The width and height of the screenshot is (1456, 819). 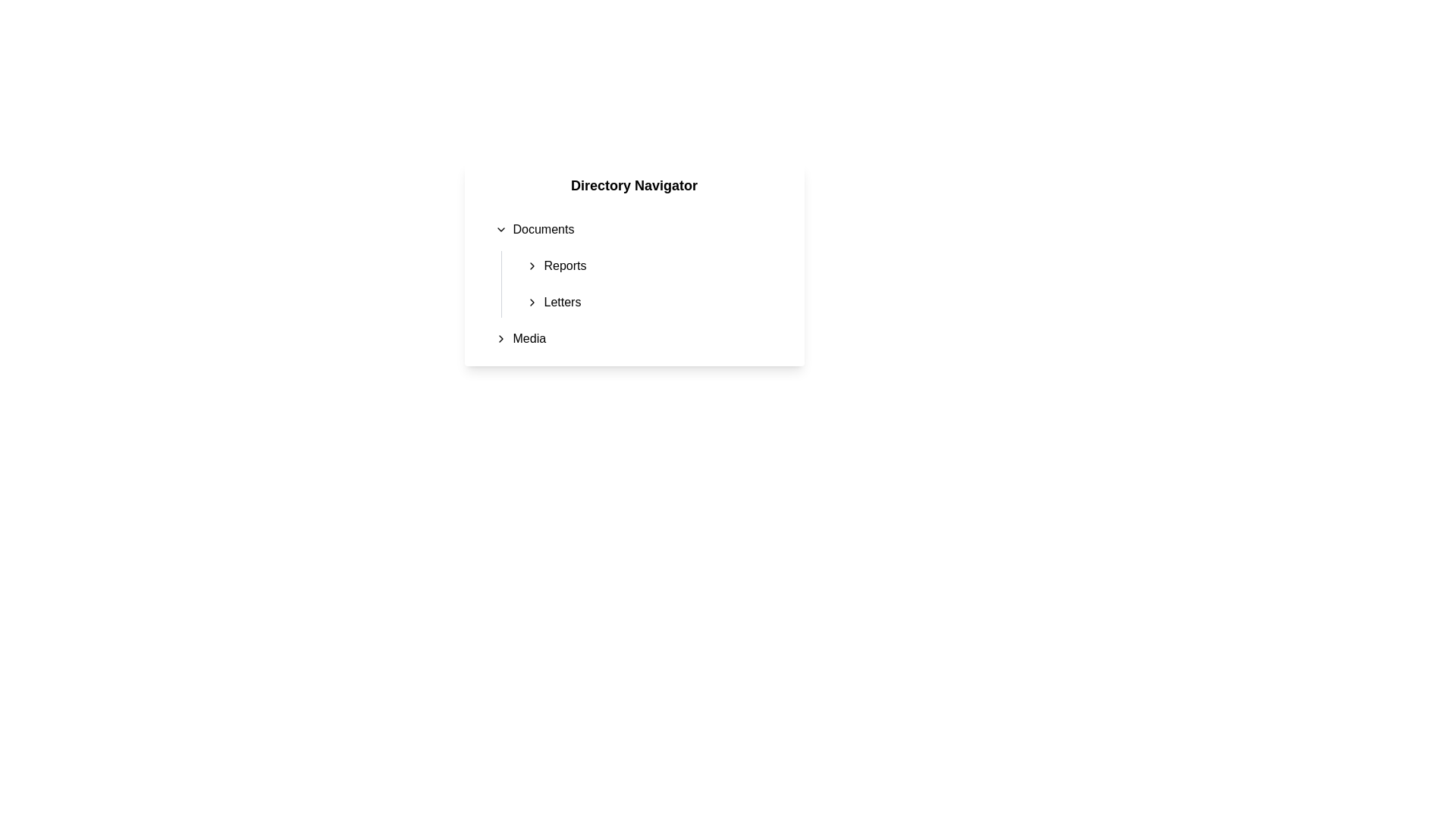 What do you see at coordinates (532, 265) in the screenshot?
I see `the chevron icon located to the left of the 'Reports' label` at bounding box center [532, 265].